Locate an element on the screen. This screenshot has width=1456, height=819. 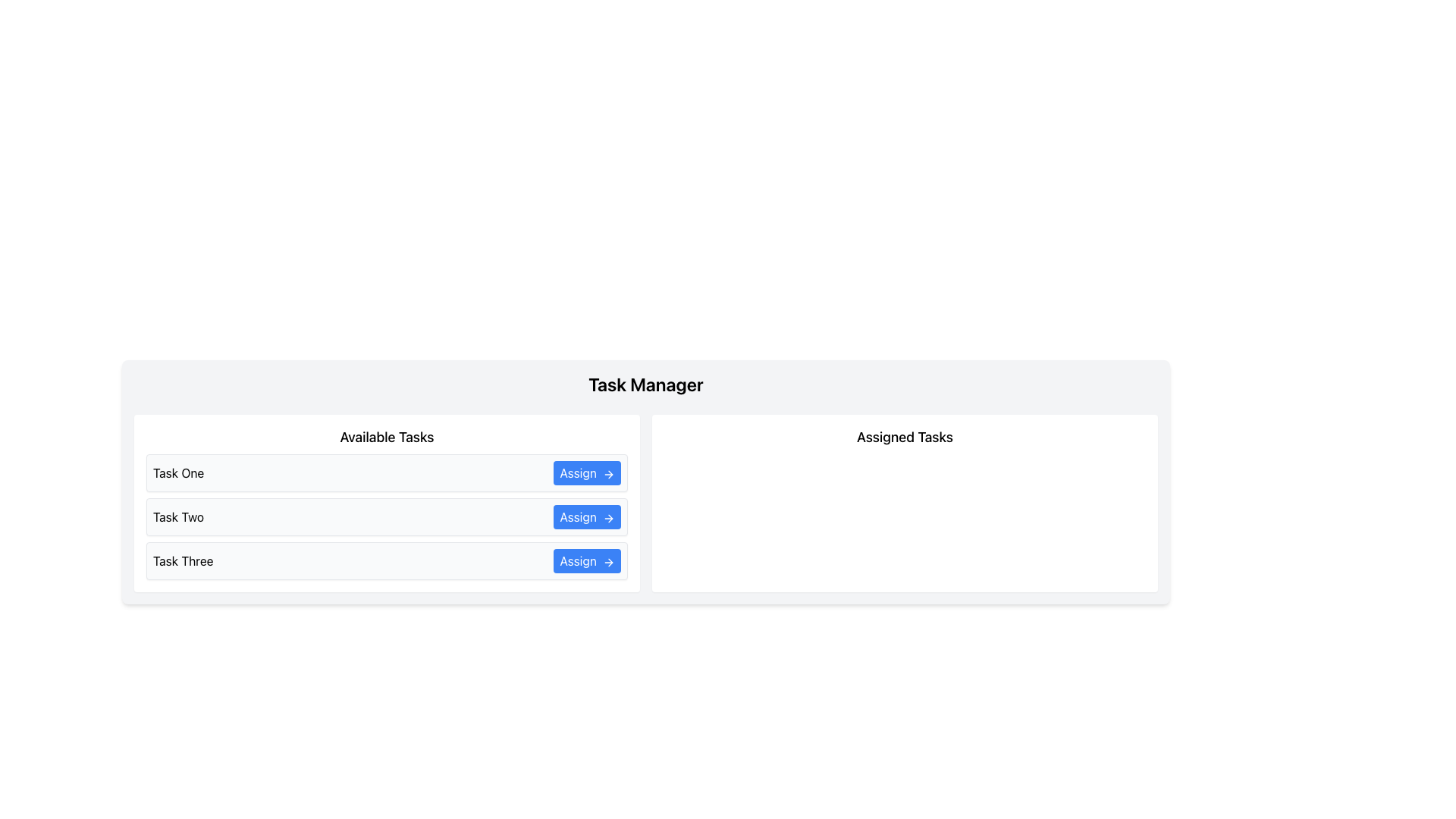
text label 'Assigned Tasks' which is a bold section header located near the top of the right-hand pane is located at coordinates (905, 438).